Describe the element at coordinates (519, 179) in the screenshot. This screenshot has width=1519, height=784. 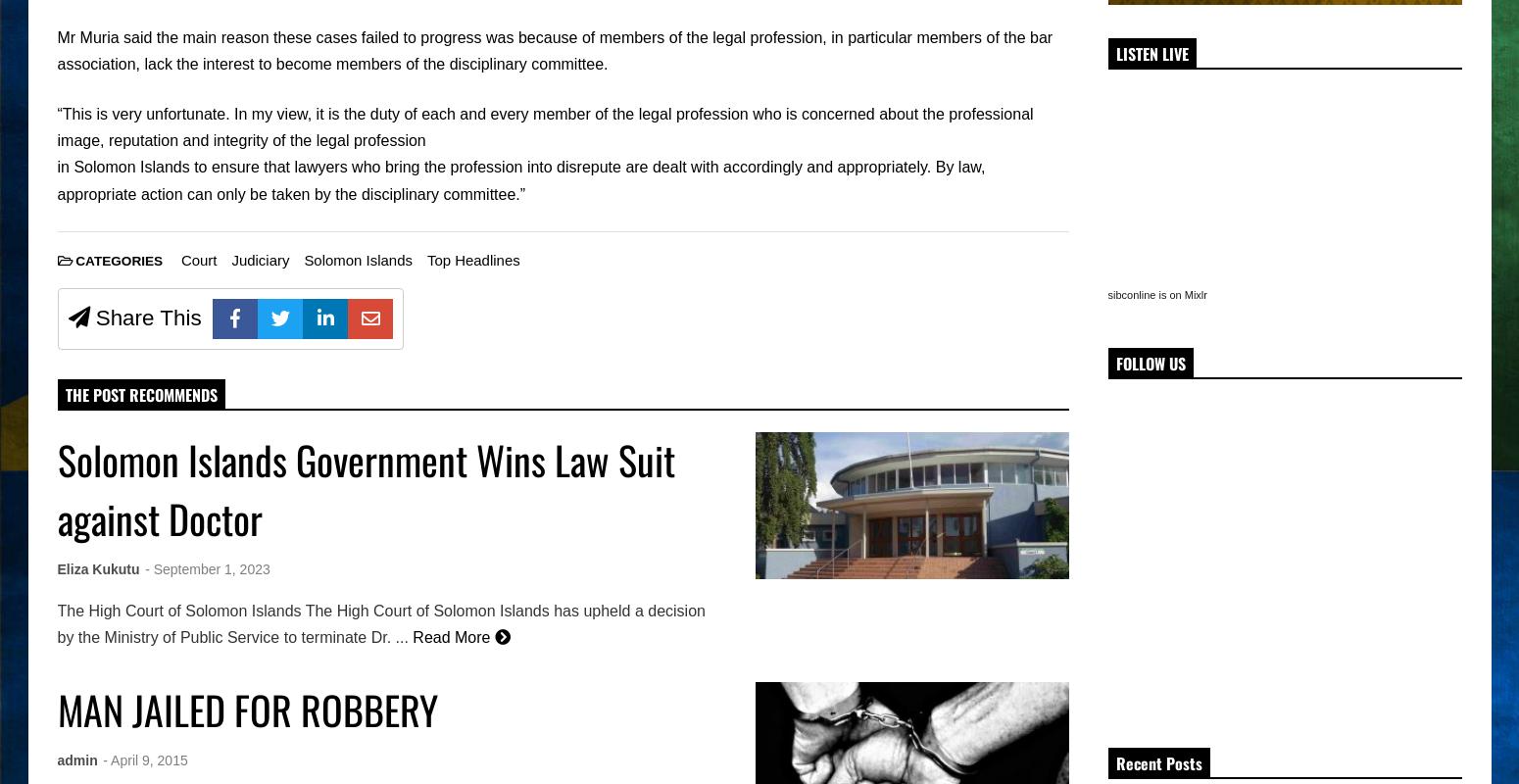
I see `'in Solomon Islands to ensure that lawyers who bring the profession into disrepute are dealt with accordingly and appropriately. By law, appropriate action can only be taken by the disciplinary committee.”'` at that location.